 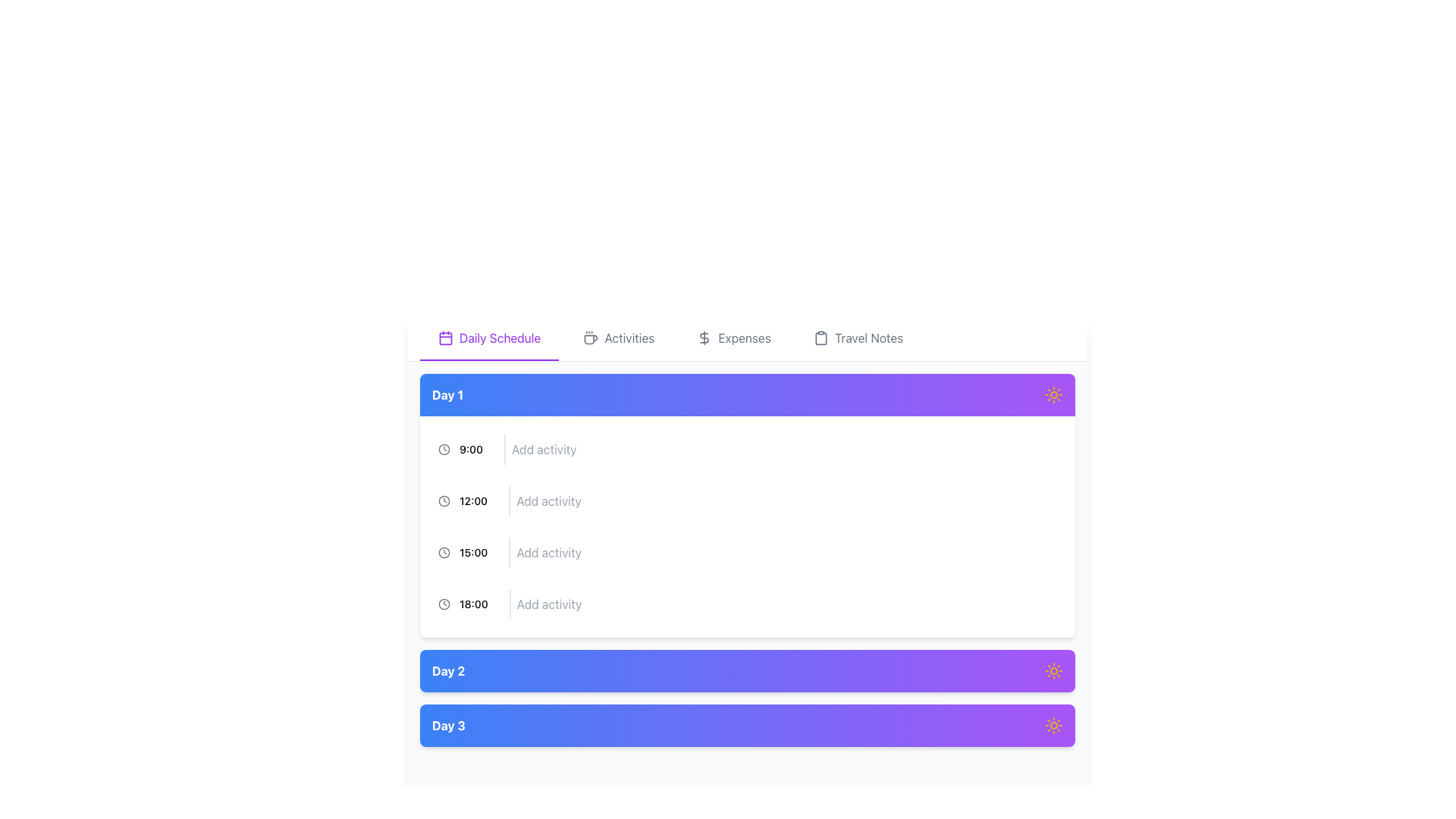 What do you see at coordinates (443, 553) in the screenshot?
I see `the outermost circle of the clock icon in the '15:00' row of the 'Day 1' section in the schedule planner interface` at bounding box center [443, 553].